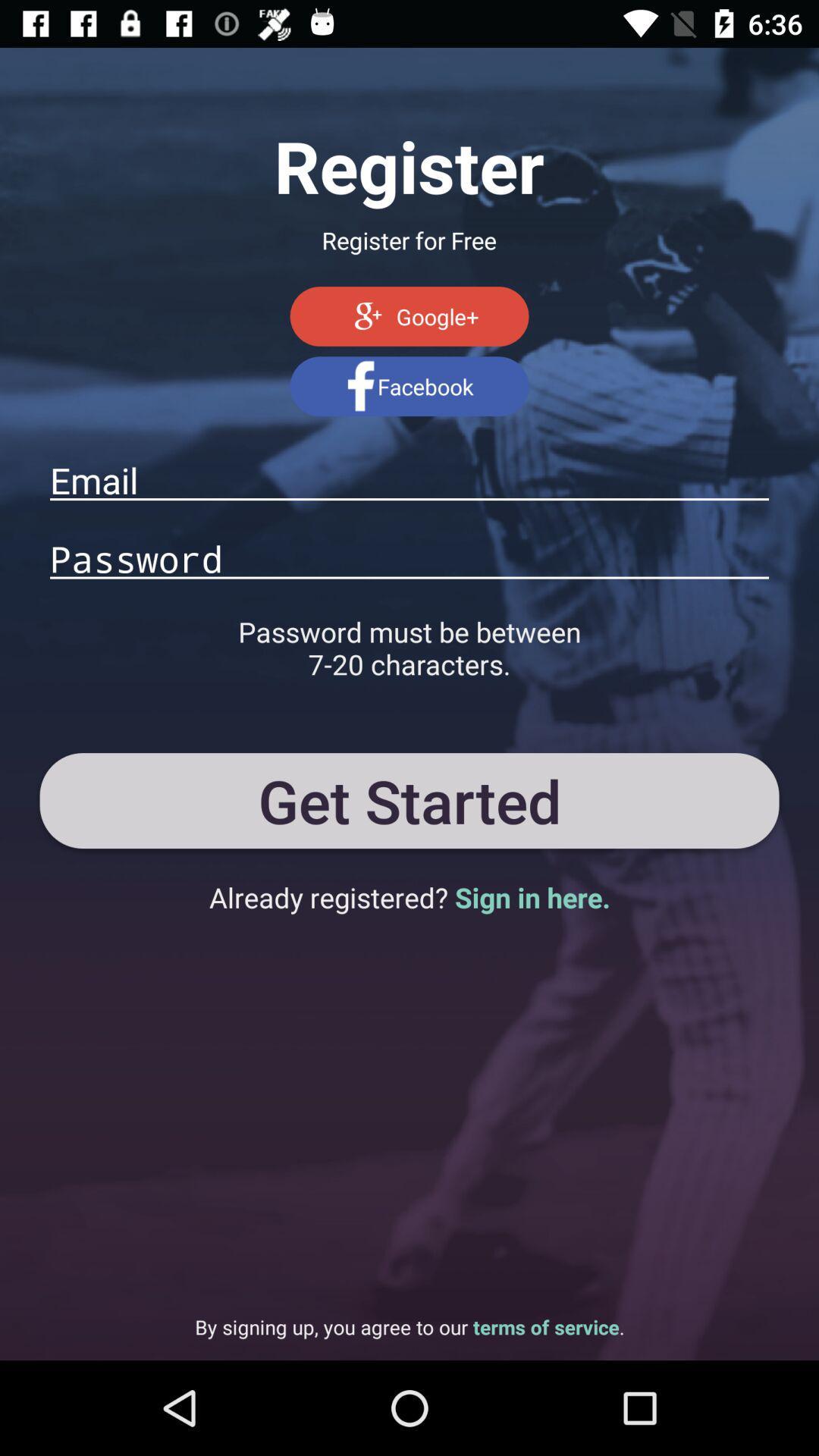 This screenshot has width=819, height=1456. Describe the element at coordinates (409, 557) in the screenshot. I see `input password` at that location.